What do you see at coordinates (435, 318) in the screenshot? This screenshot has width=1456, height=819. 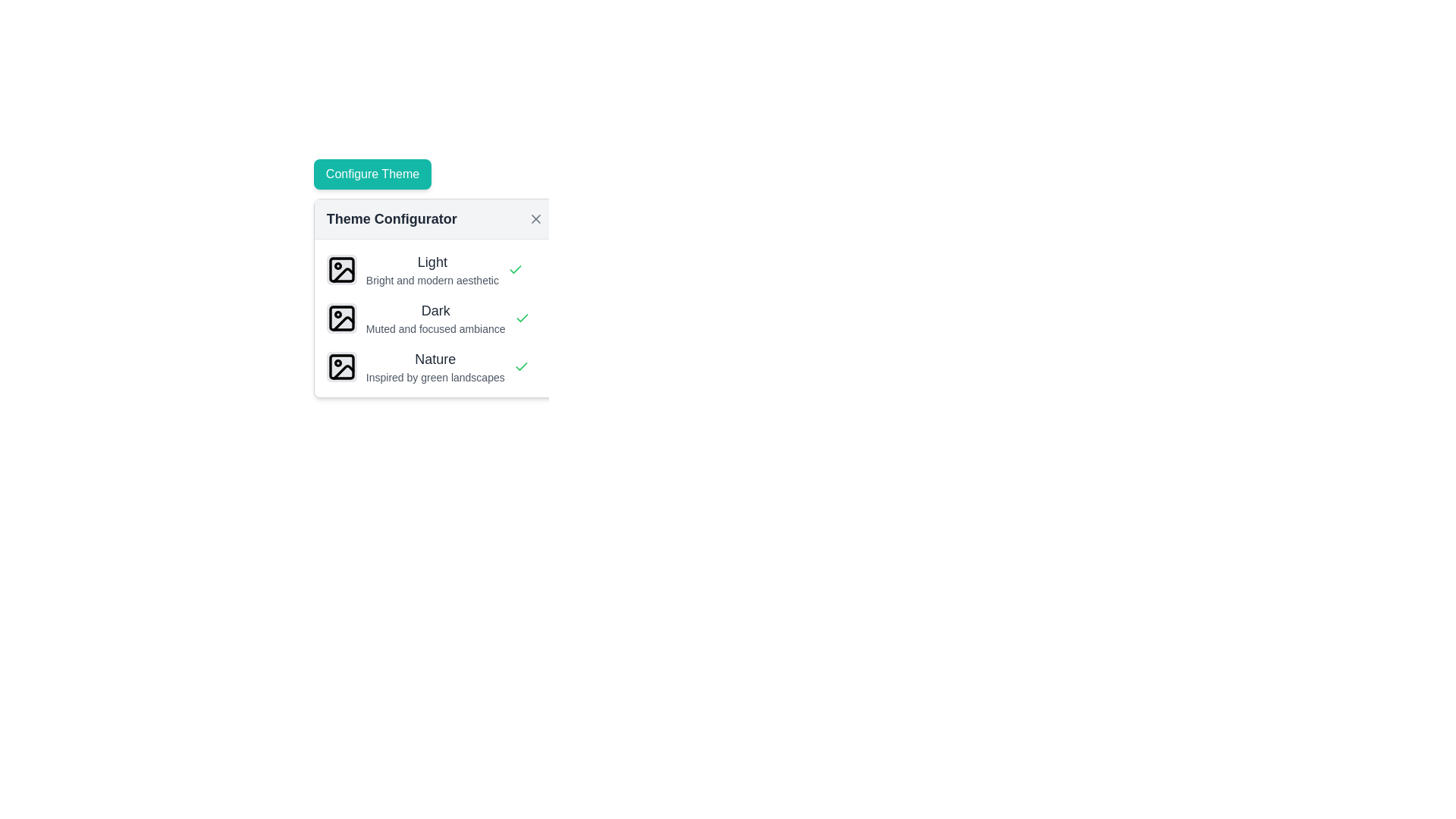 I see `the text content of the 'Dark' theme label, which describes it as 'Muted and focused ambiance' in the Theme Configurator popup` at bounding box center [435, 318].